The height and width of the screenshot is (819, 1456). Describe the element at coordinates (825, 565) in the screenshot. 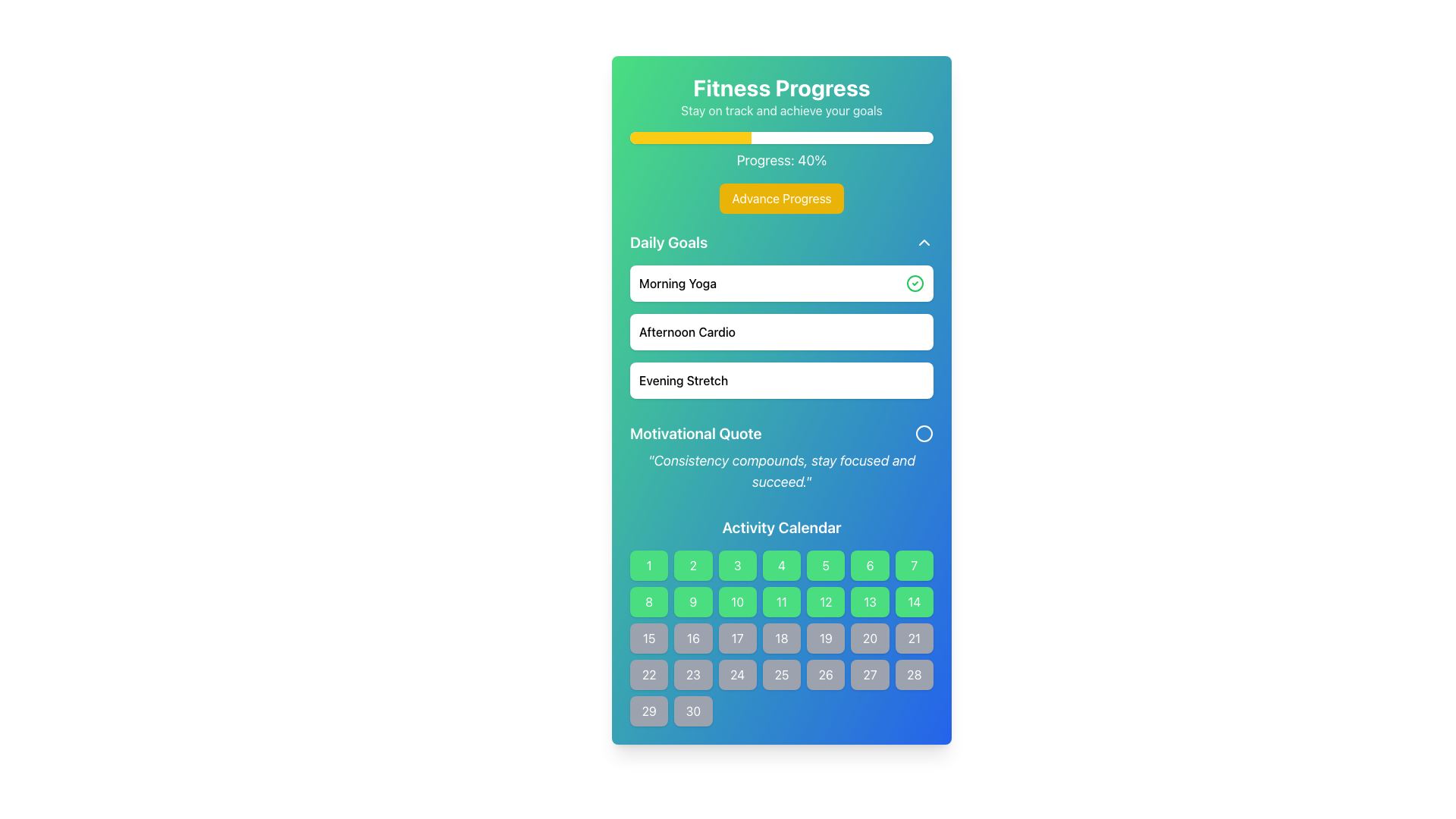

I see `the fifth day cell` at that location.